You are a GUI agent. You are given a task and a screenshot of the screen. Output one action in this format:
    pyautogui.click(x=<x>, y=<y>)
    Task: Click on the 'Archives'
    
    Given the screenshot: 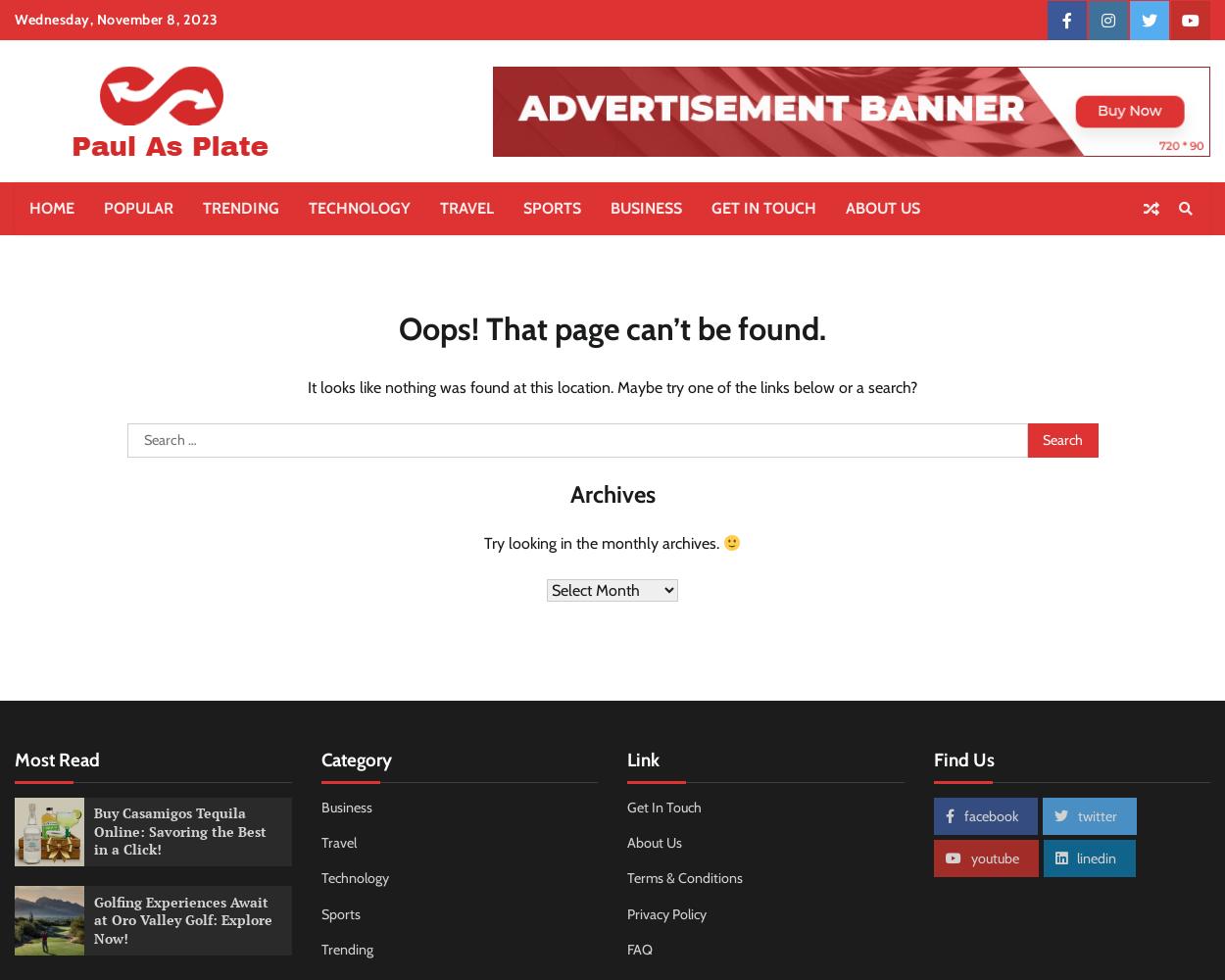 What is the action you would take?
    pyautogui.click(x=611, y=494)
    